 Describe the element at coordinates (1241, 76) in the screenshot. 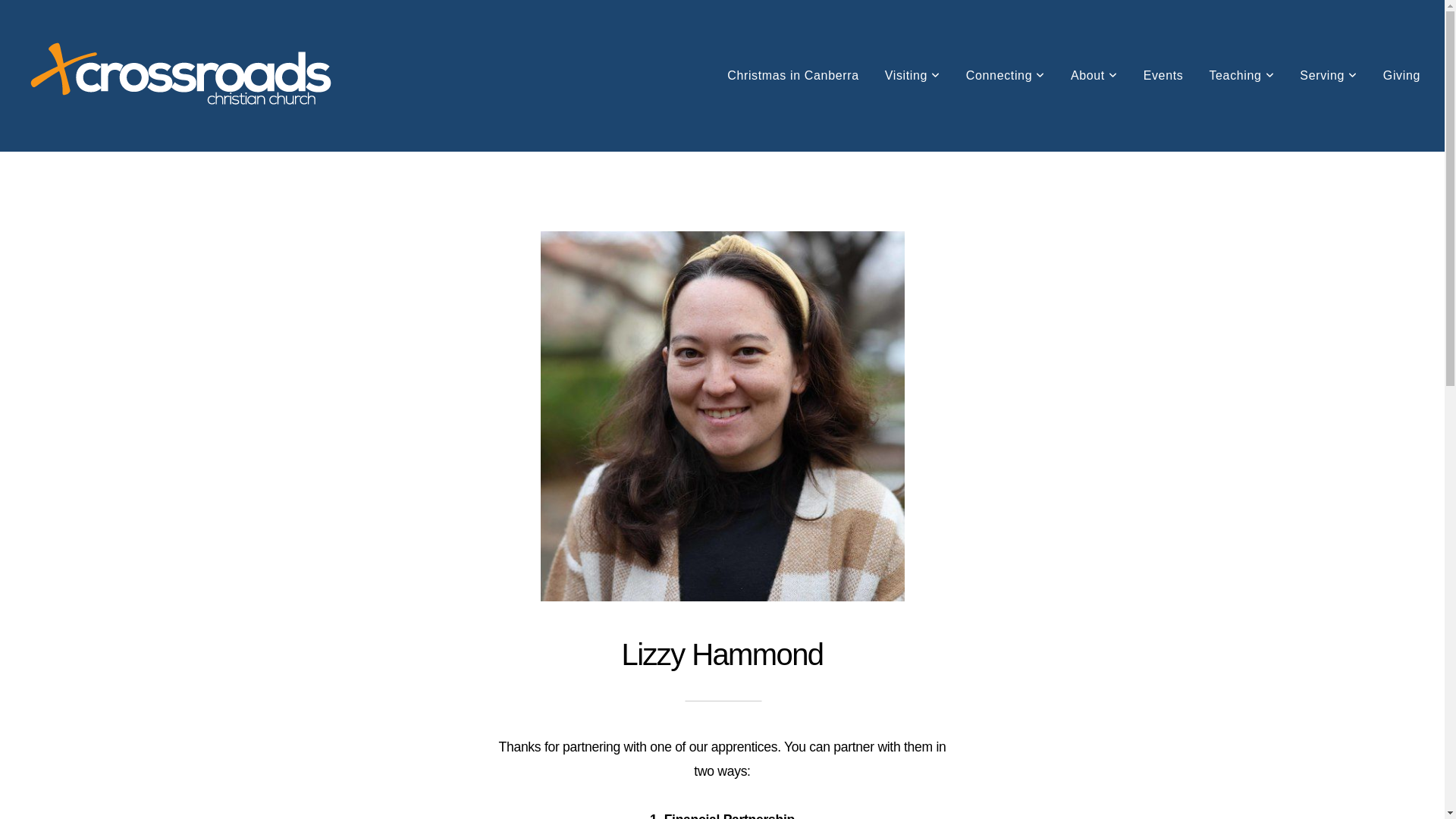

I see `'Teaching '` at that location.